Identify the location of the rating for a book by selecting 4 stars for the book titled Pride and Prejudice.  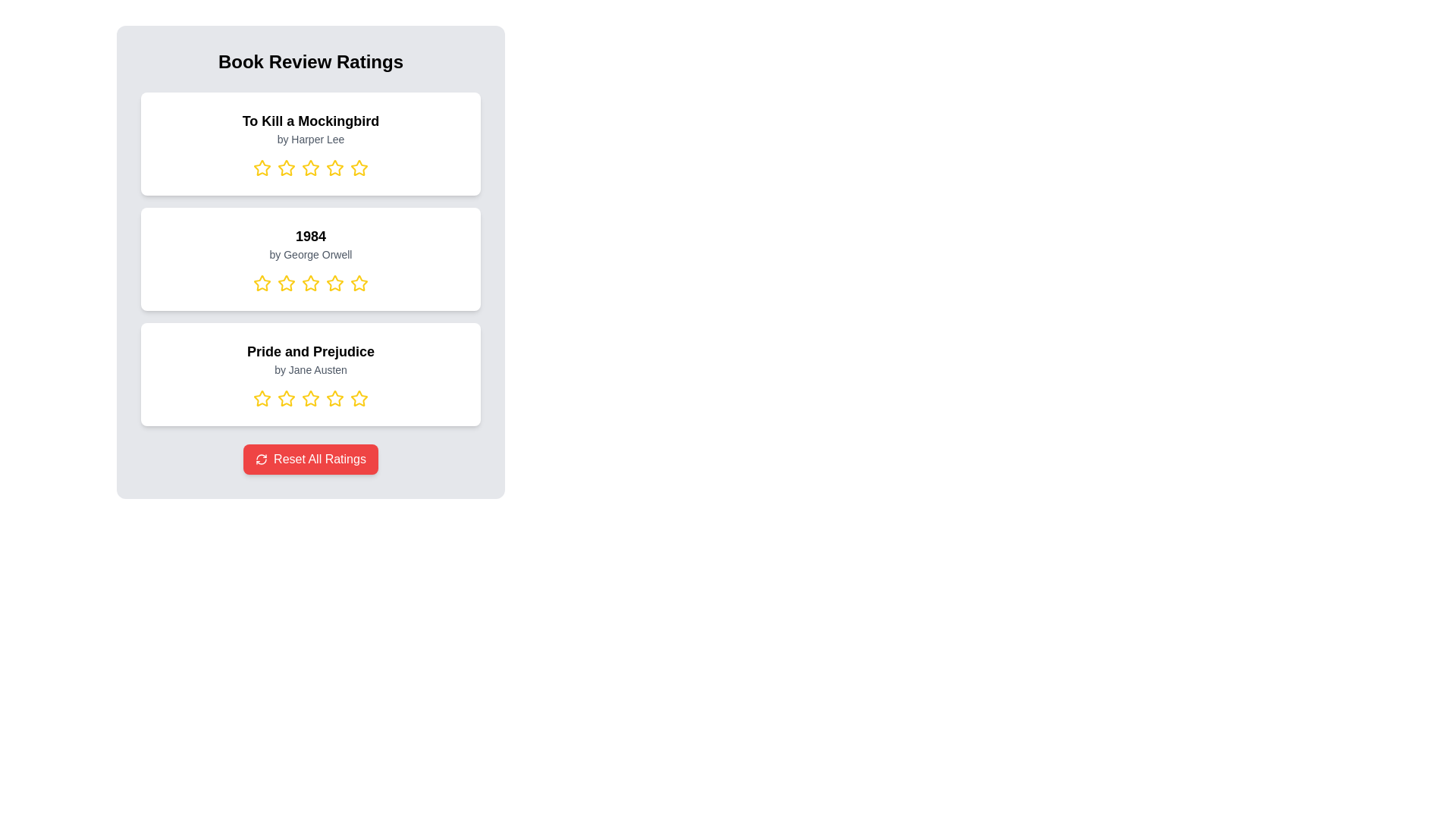
(334, 397).